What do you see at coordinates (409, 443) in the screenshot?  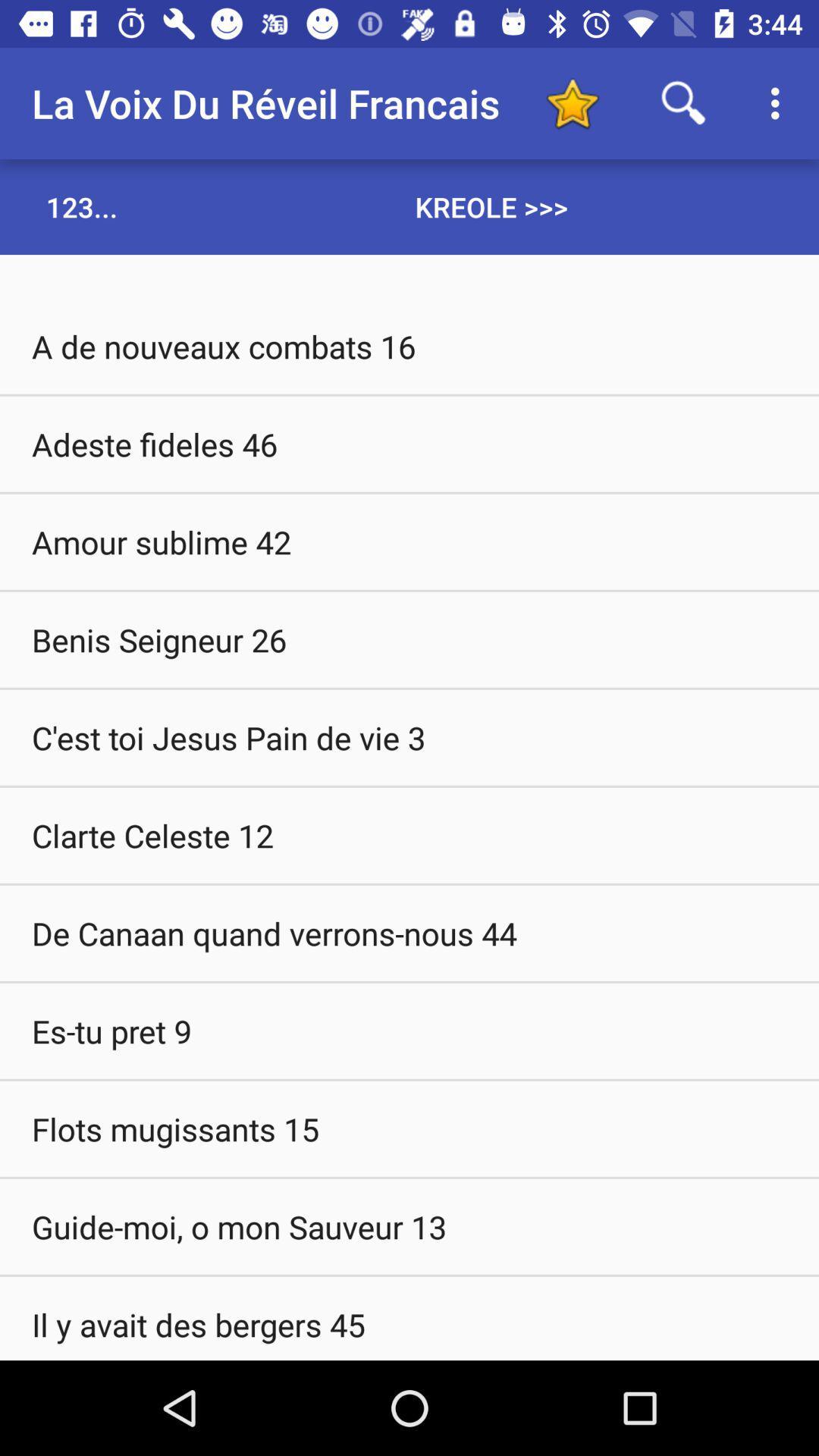 I see `the item above the amour sublime 42 icon` at bounding box center [409, 443].